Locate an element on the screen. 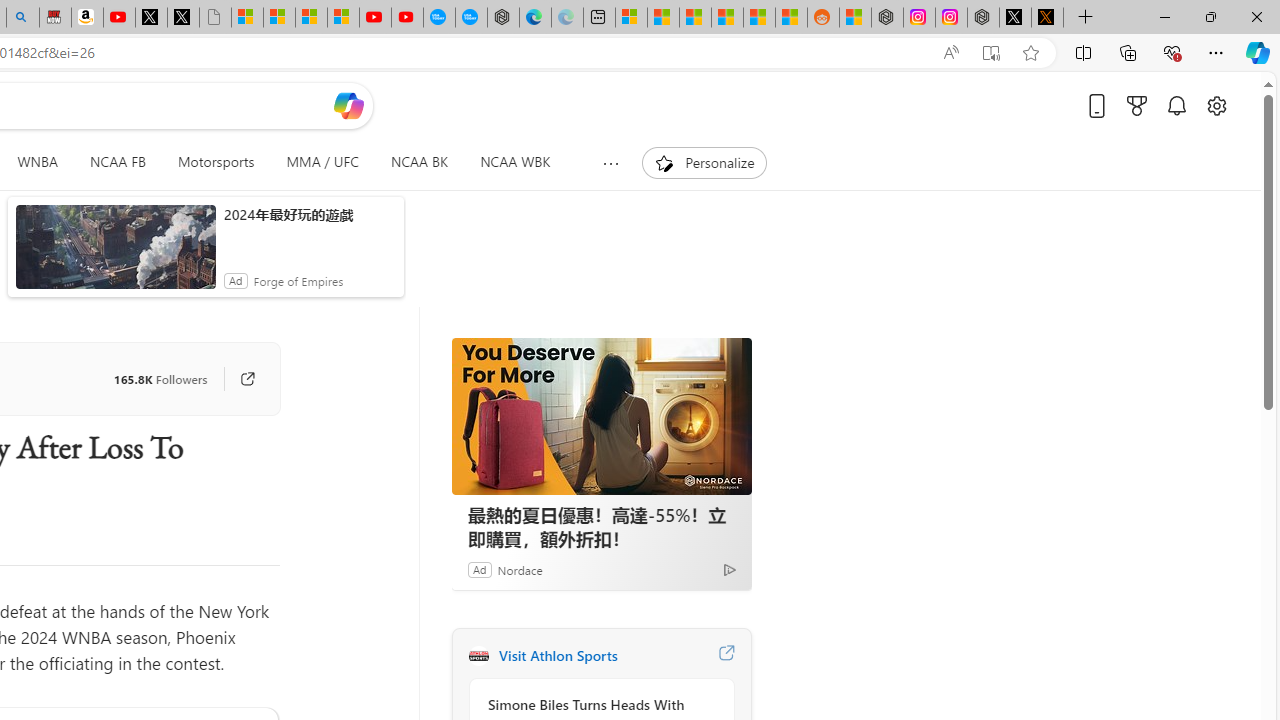 This screenshot has height=720, width=1280. 'Motorsports' is located at coordinates (216, 162).